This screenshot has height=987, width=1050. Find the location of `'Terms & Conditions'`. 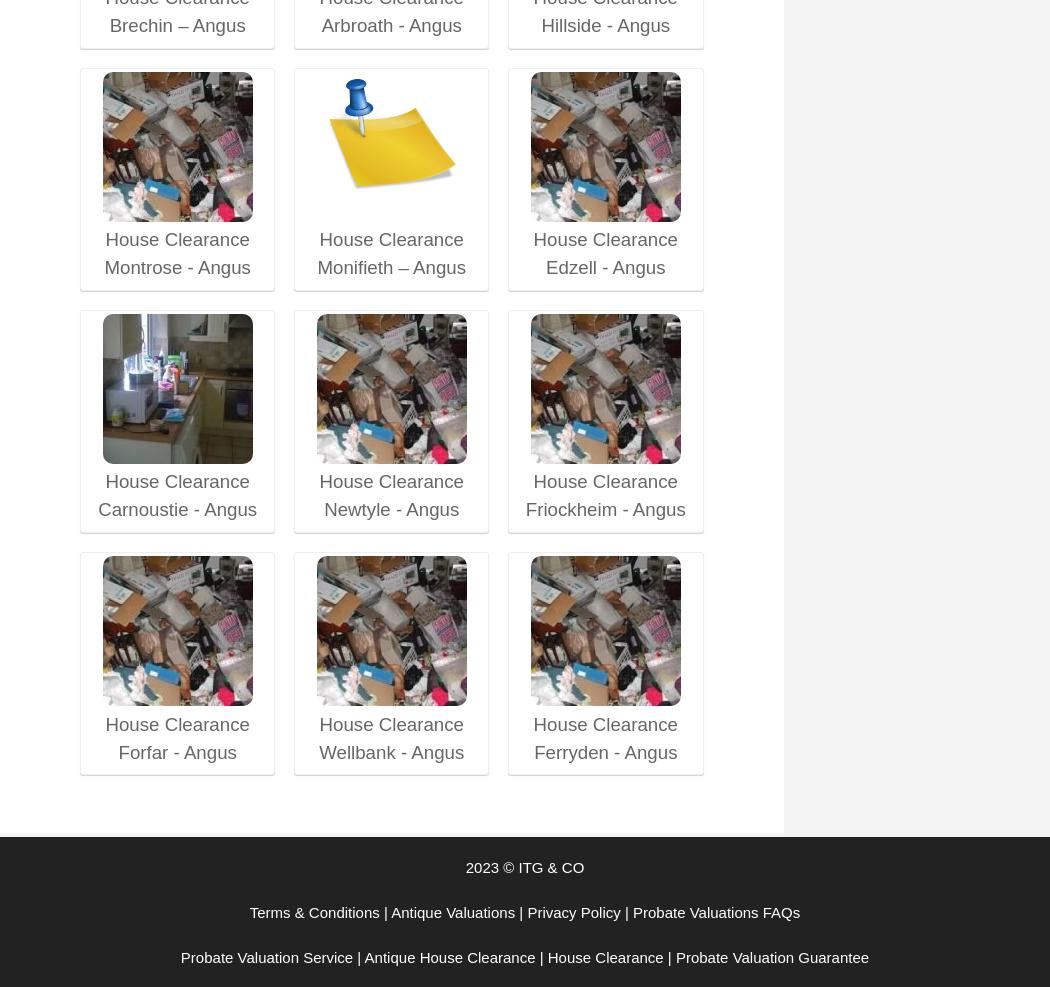

'Terms & Conditions' is located at coordinates (313, 910).